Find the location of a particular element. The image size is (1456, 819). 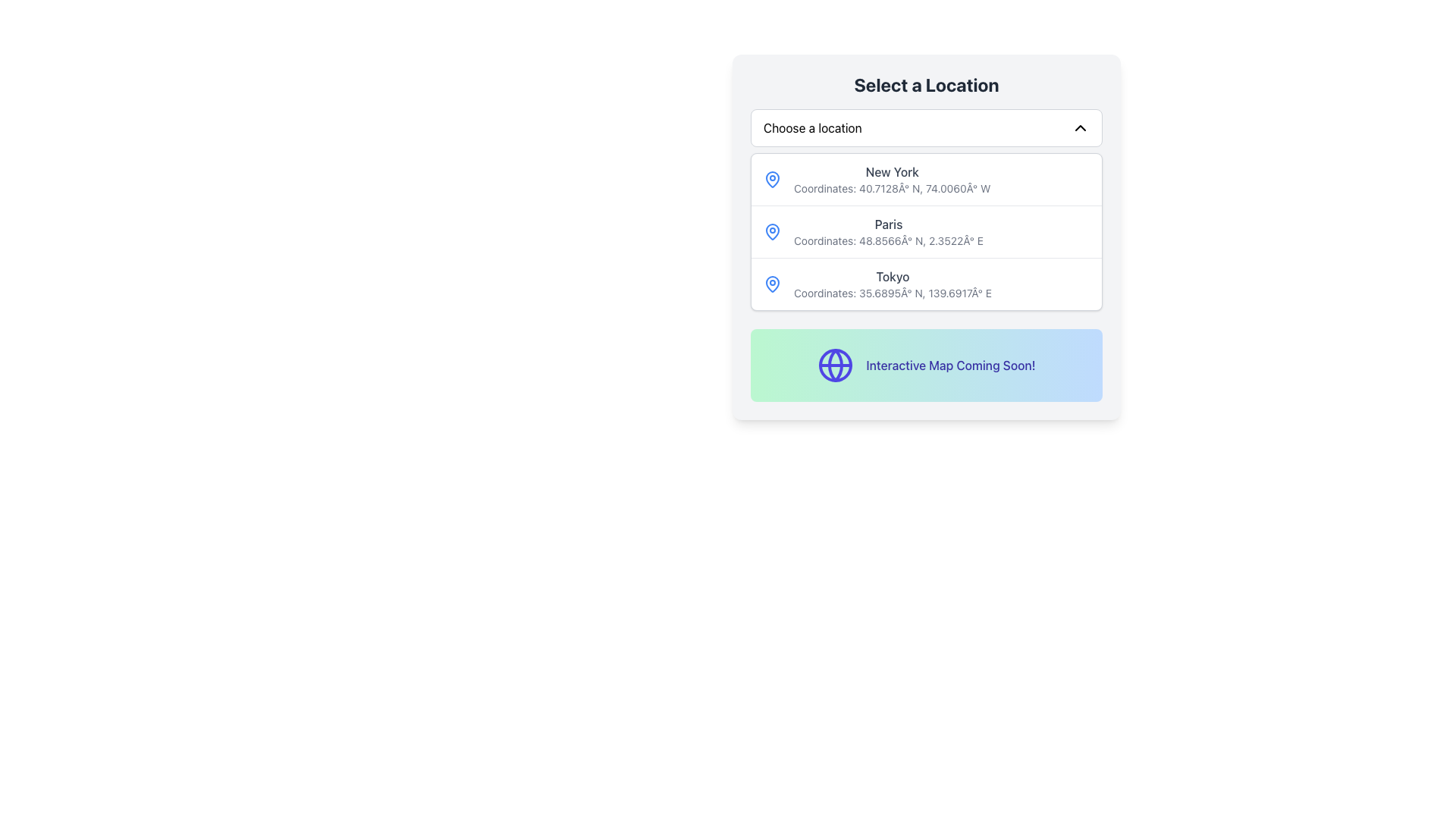

the text label displaying 'Paris' located as the second item under the header 'Select a Location.' is located at coordinates (888, 231).